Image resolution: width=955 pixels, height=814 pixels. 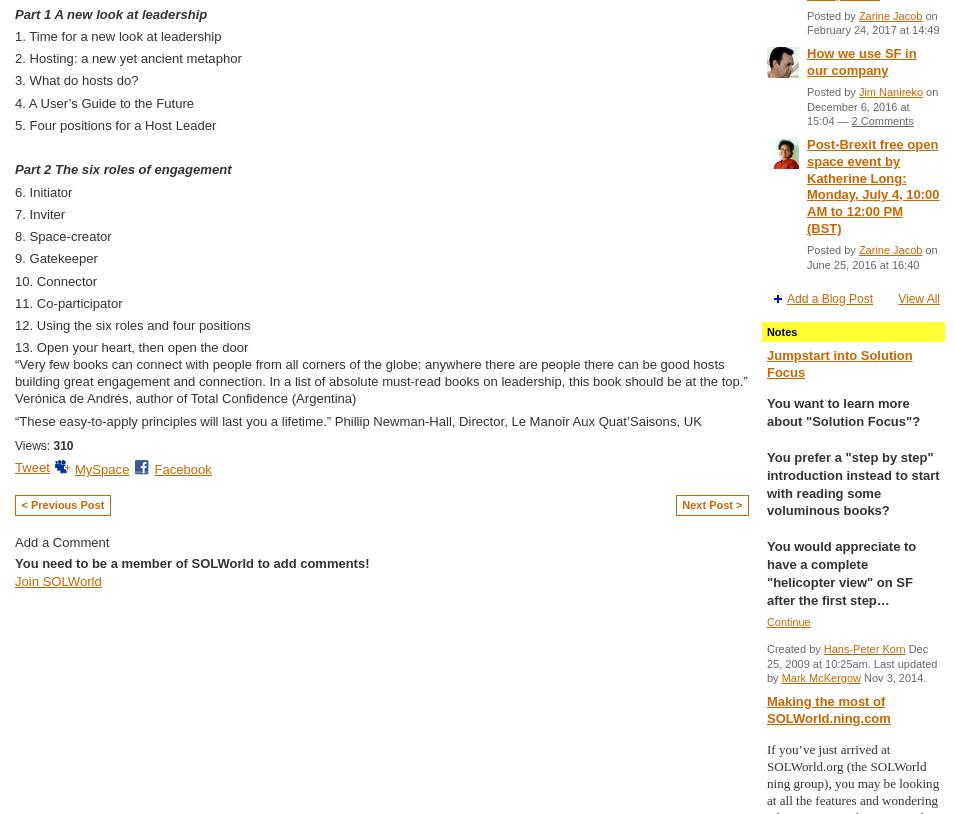 What do you see at coordinates (182, 468) in the screenshot?
I see `'Facebook'` at bounding box center [182, 468].